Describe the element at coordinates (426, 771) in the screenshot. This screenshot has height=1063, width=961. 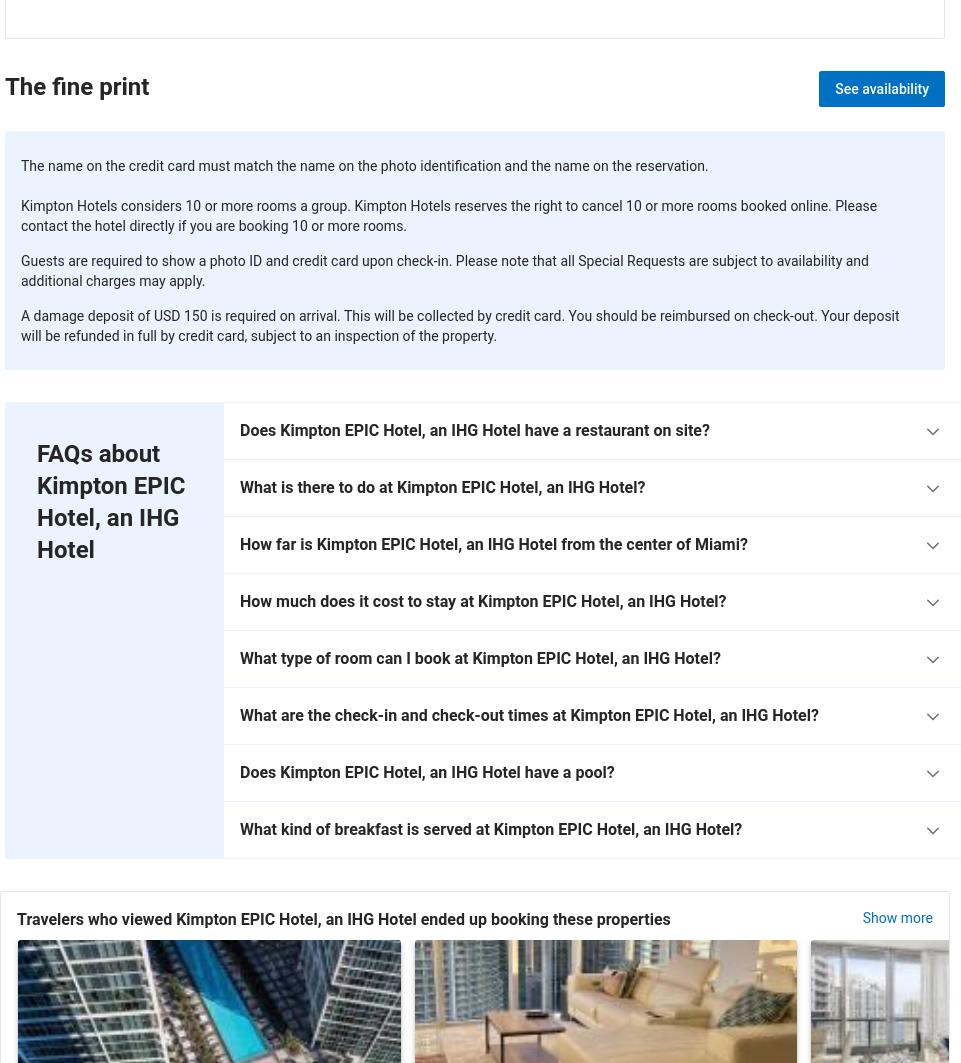
I see `'Does Kimpton EPIC Hotel, an IHG Hotel have a pool?'` at that location.